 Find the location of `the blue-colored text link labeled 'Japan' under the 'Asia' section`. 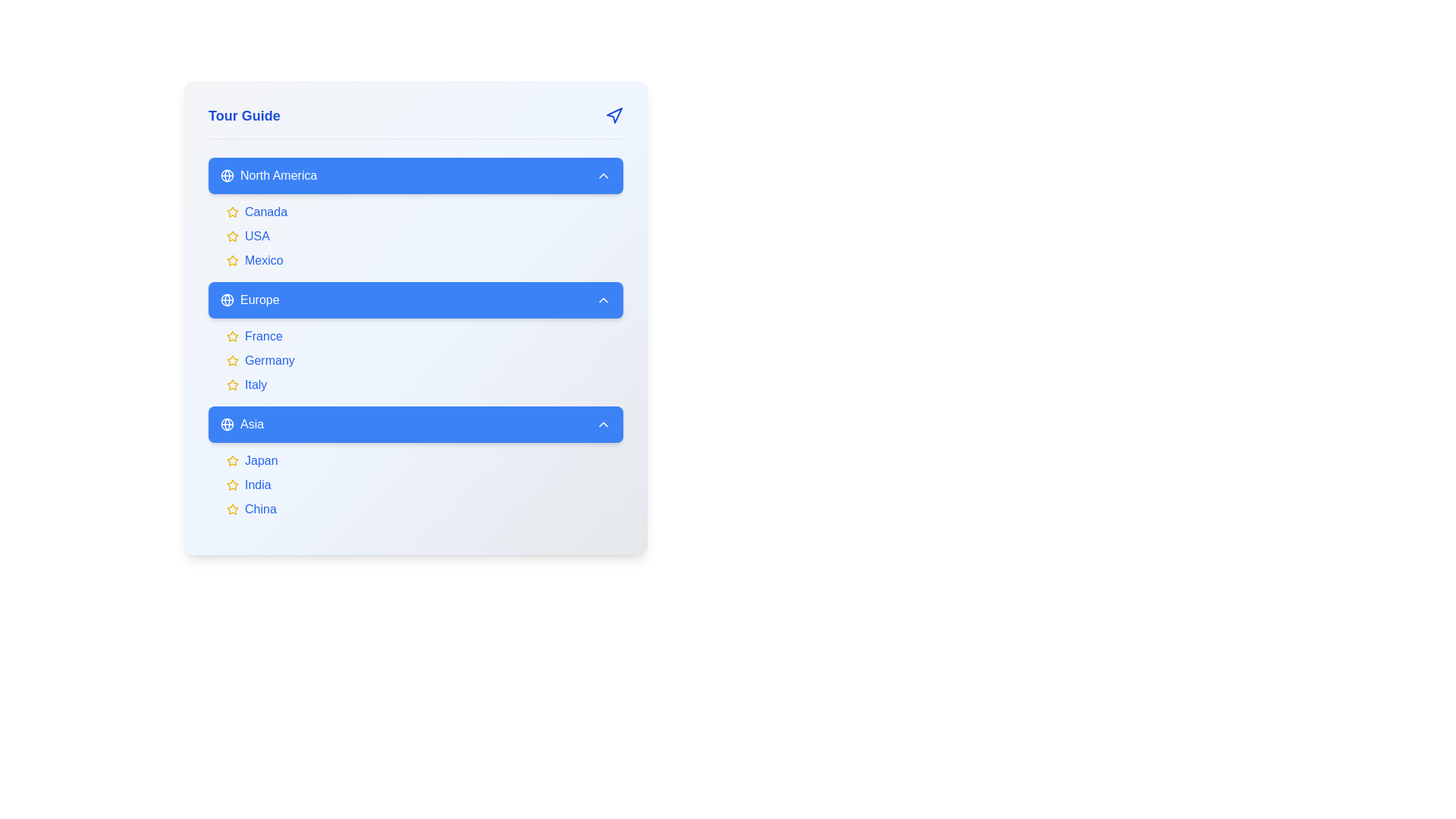

the blue-colored text link labeled 'Japan' under the 'Asia' section is located at coordinates (261, 460).